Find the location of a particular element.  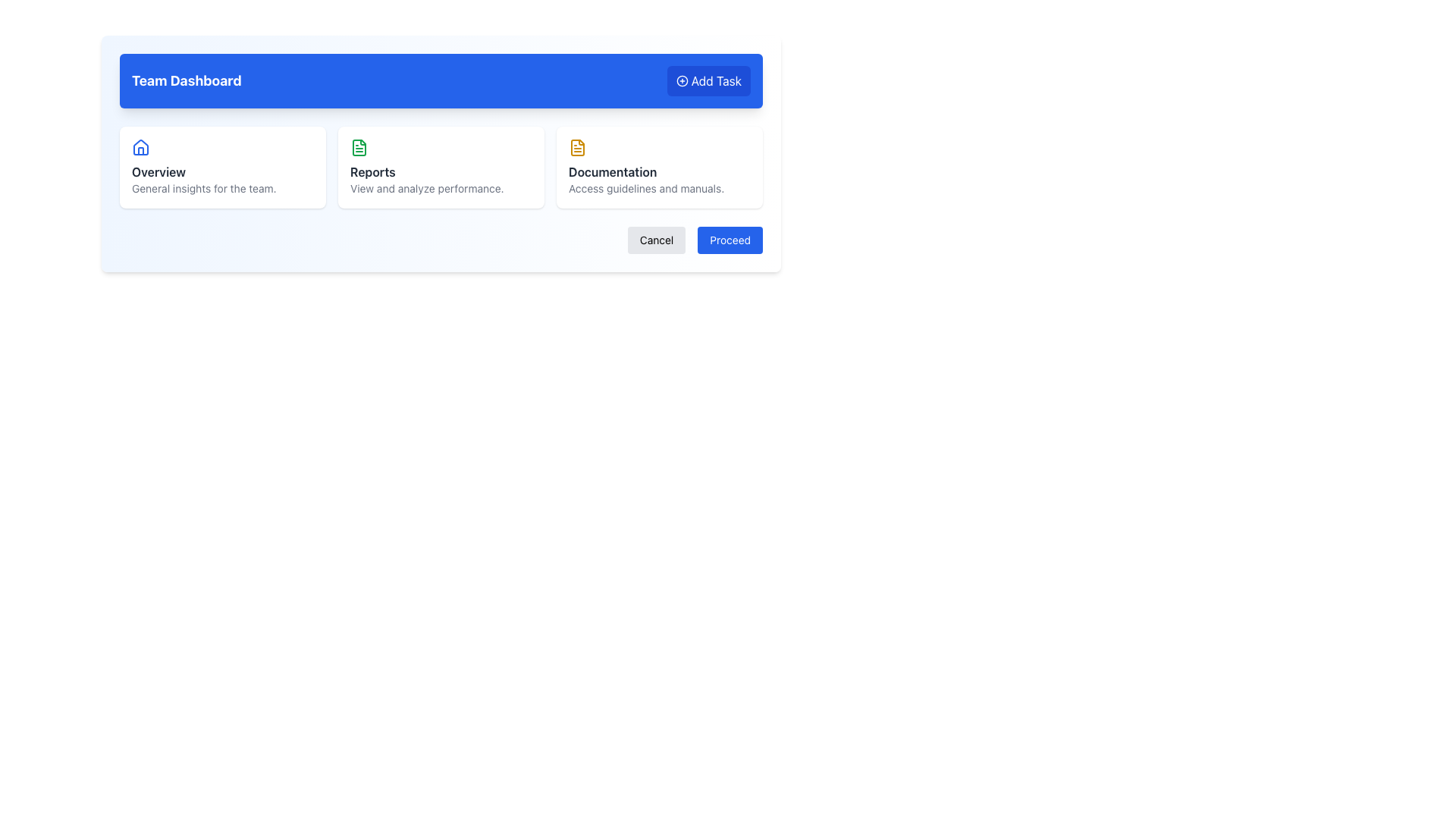

the text element that displays 'Access guidelines and manuals.' in a small, gray font, located at the bottom of the Documentation card is located at coordinates (646, 188).